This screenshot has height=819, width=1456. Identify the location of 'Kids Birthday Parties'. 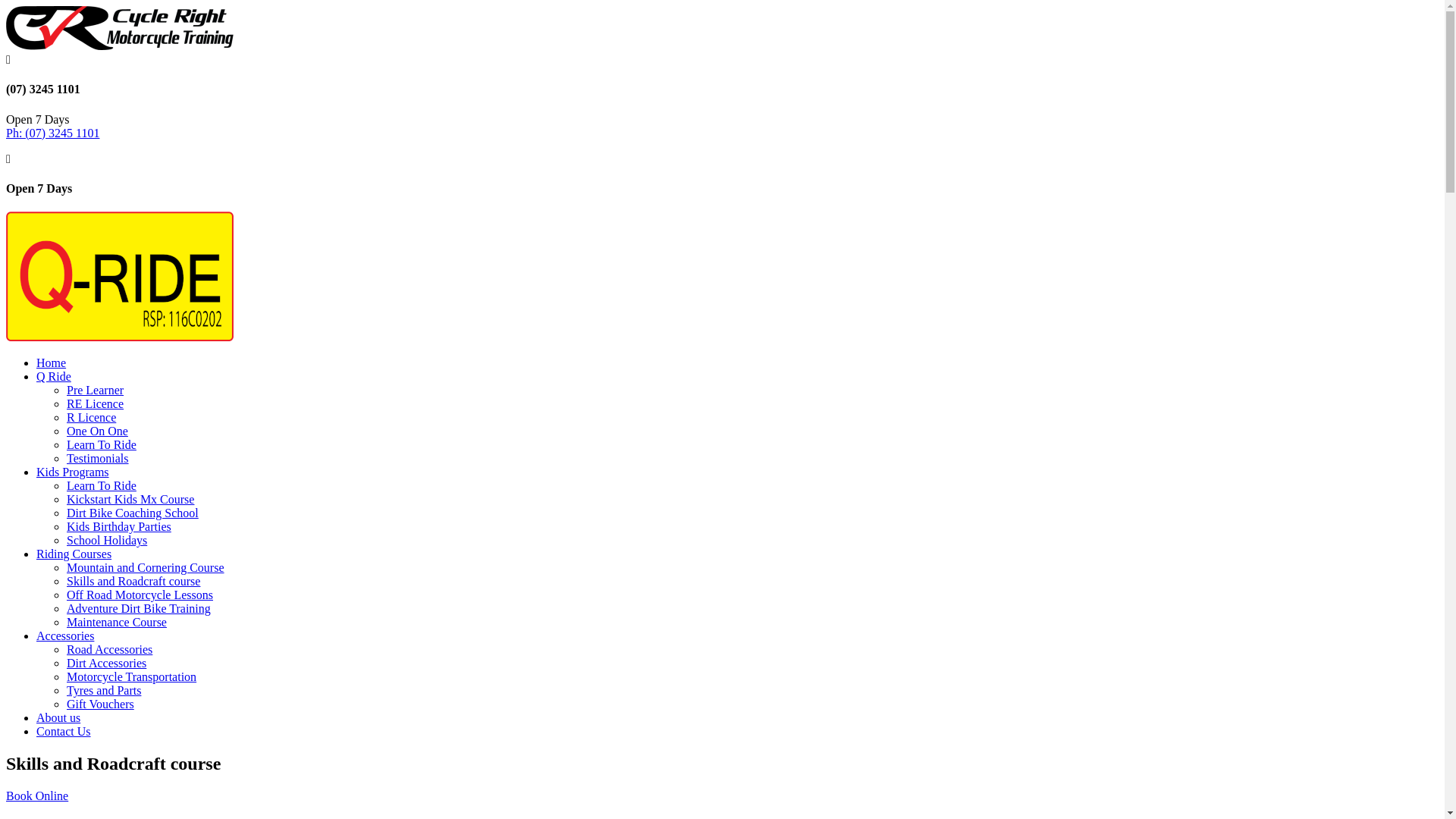
(65, 526).